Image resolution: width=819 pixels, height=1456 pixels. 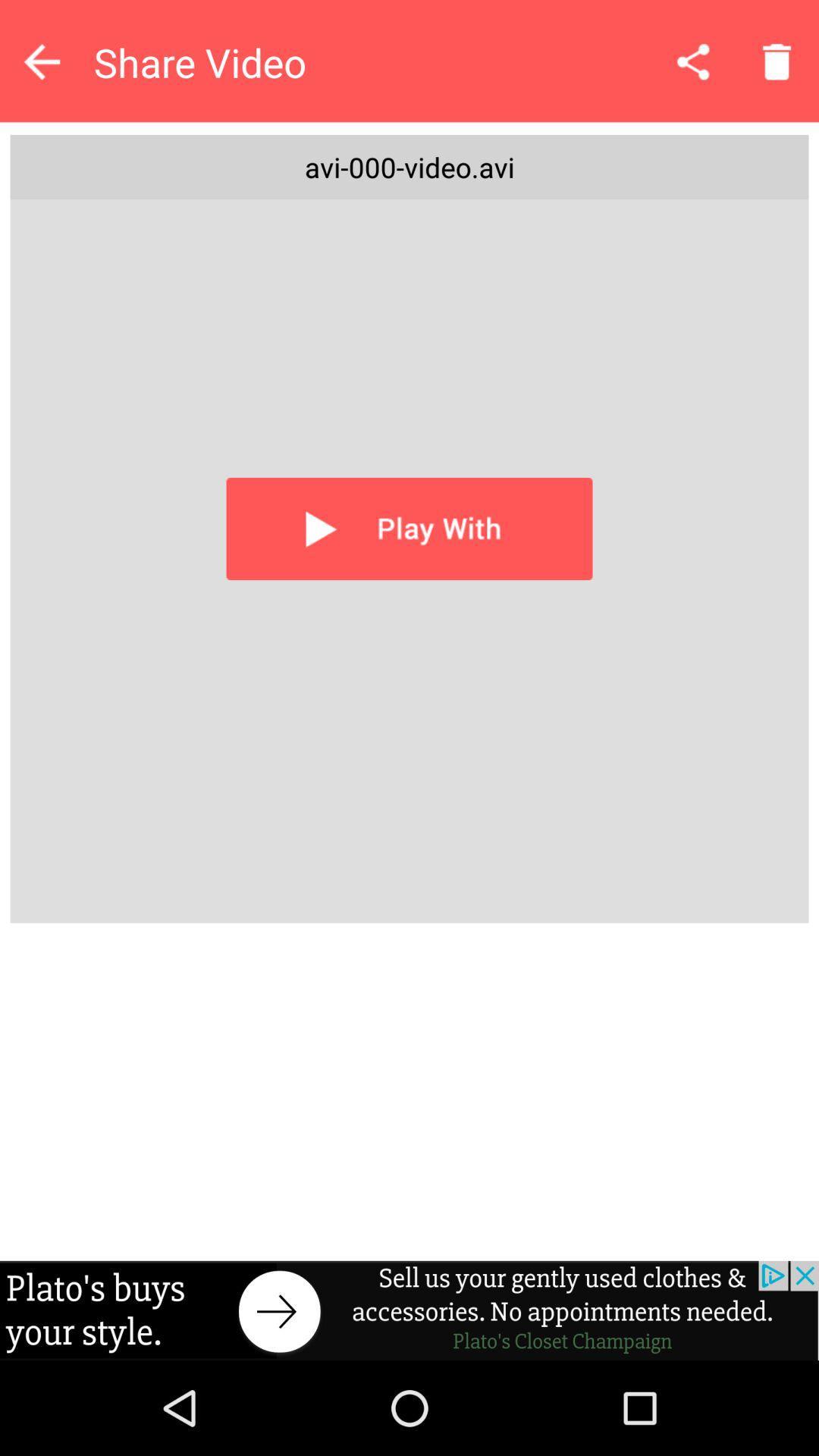 What do you see at coordinates (777, 61) in the screenshot?
I see `delete button` at bounding box center [777, 61].